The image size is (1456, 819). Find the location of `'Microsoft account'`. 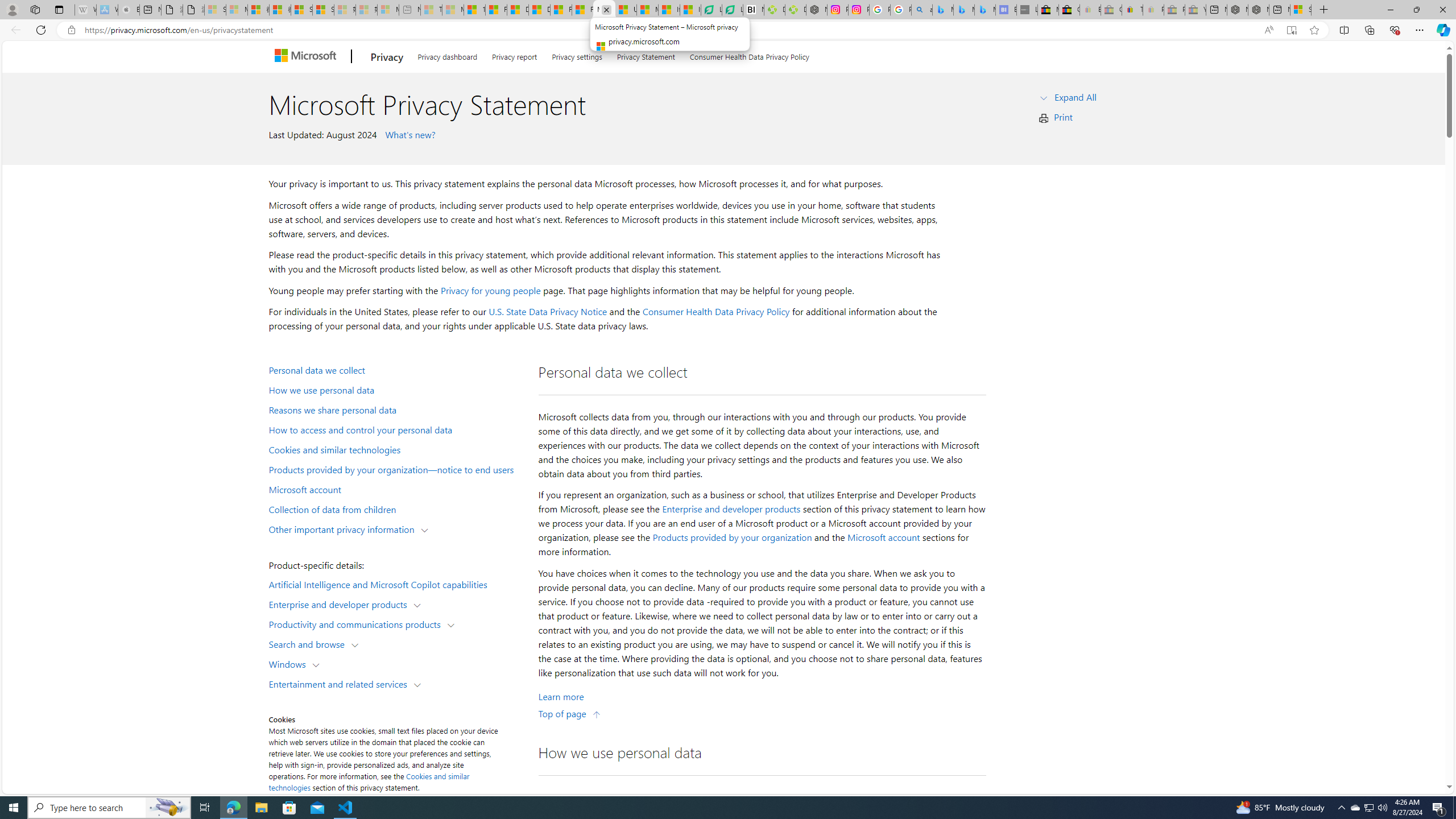

'Microsoft account' is located at coordinates (883, 537).